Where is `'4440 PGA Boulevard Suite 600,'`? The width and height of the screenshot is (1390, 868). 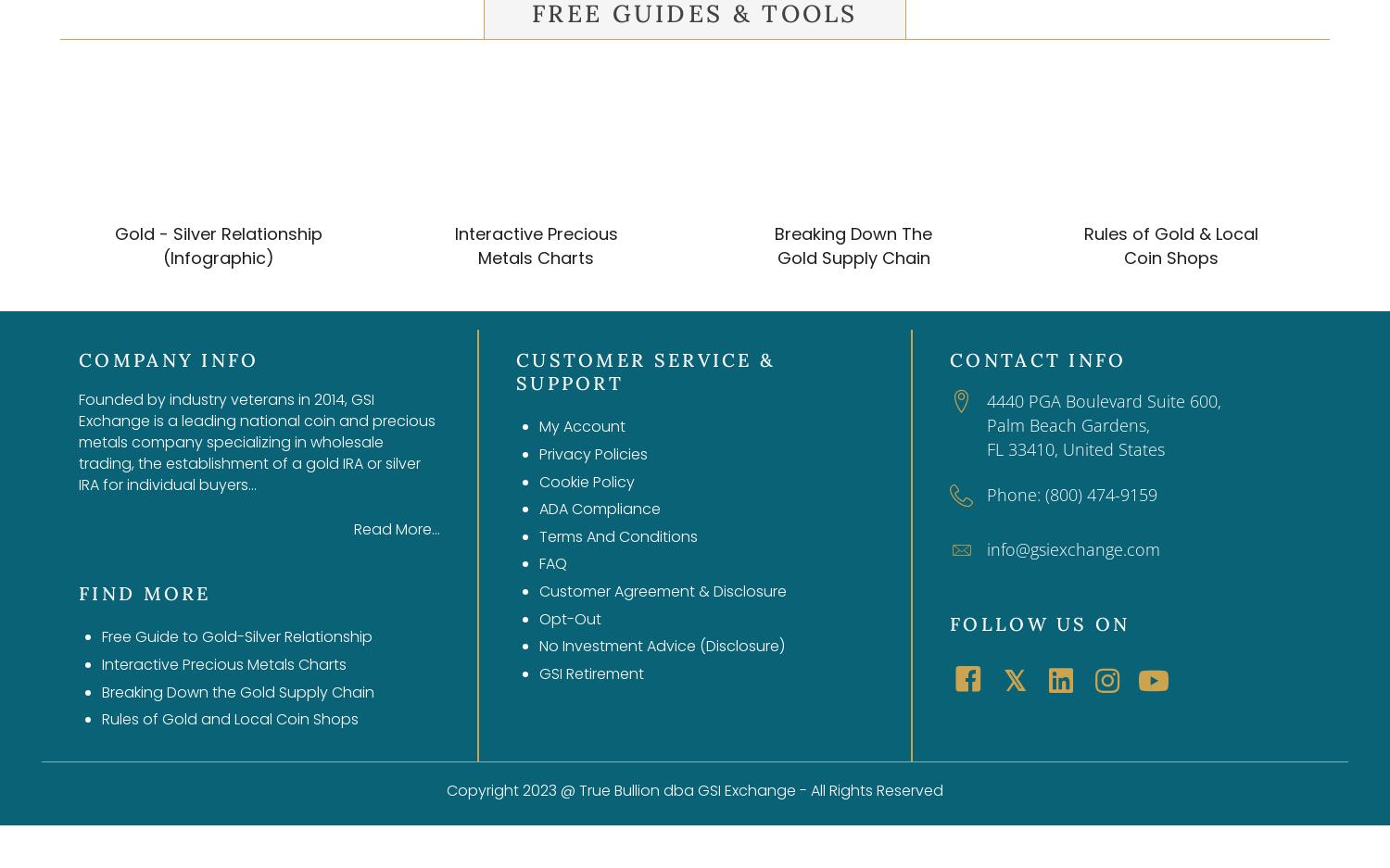
'4440 PGA Boulevard Suite 600,' is located at coordinates (1103, 400).